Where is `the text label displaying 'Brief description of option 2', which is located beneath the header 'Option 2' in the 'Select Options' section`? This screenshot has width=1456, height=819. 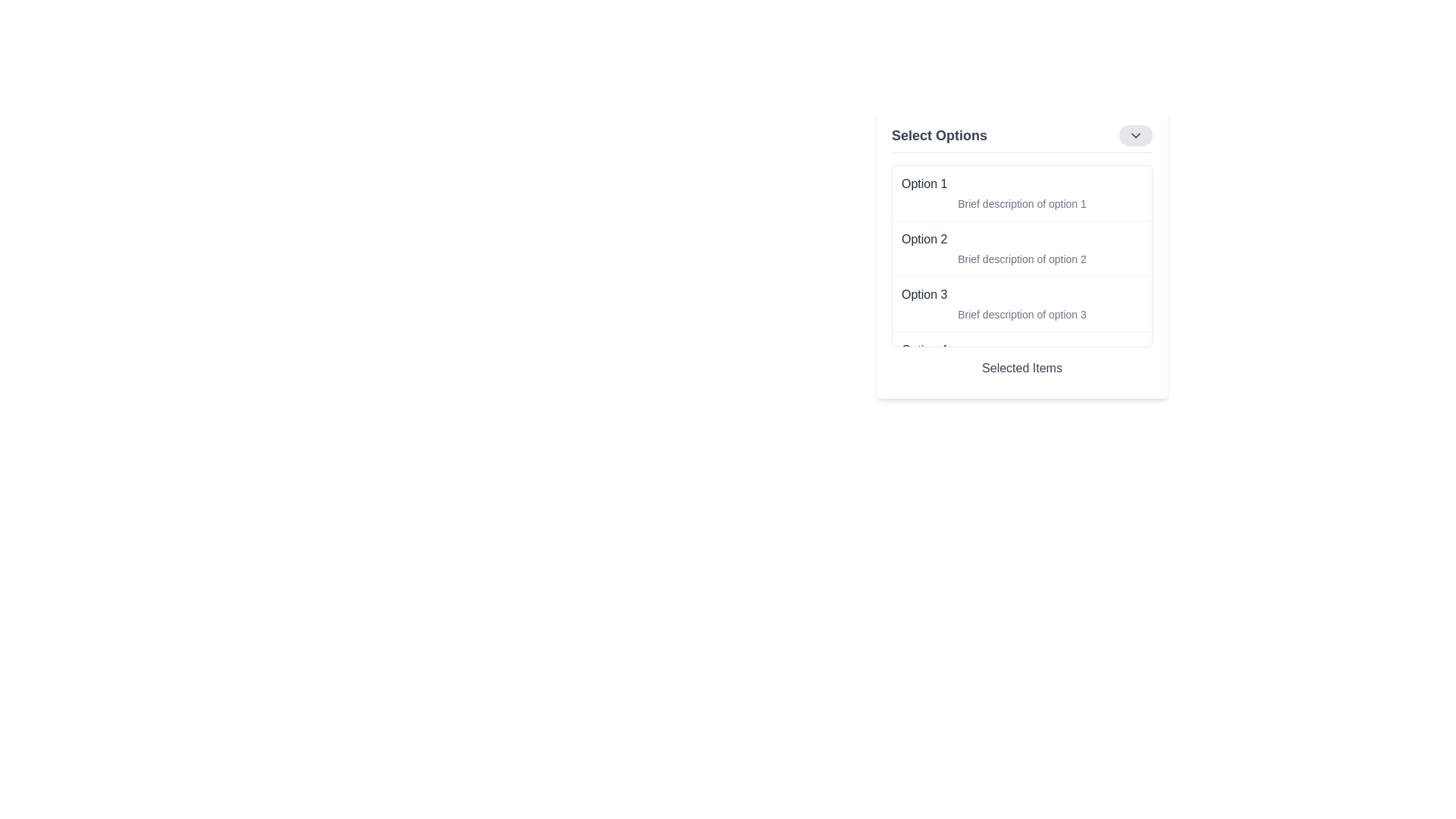 the text label displaying 'Brief description of option 2', which is located beneath the header 'Option 2' in the 'Select Options' section is located at coordinates (1022, 259).